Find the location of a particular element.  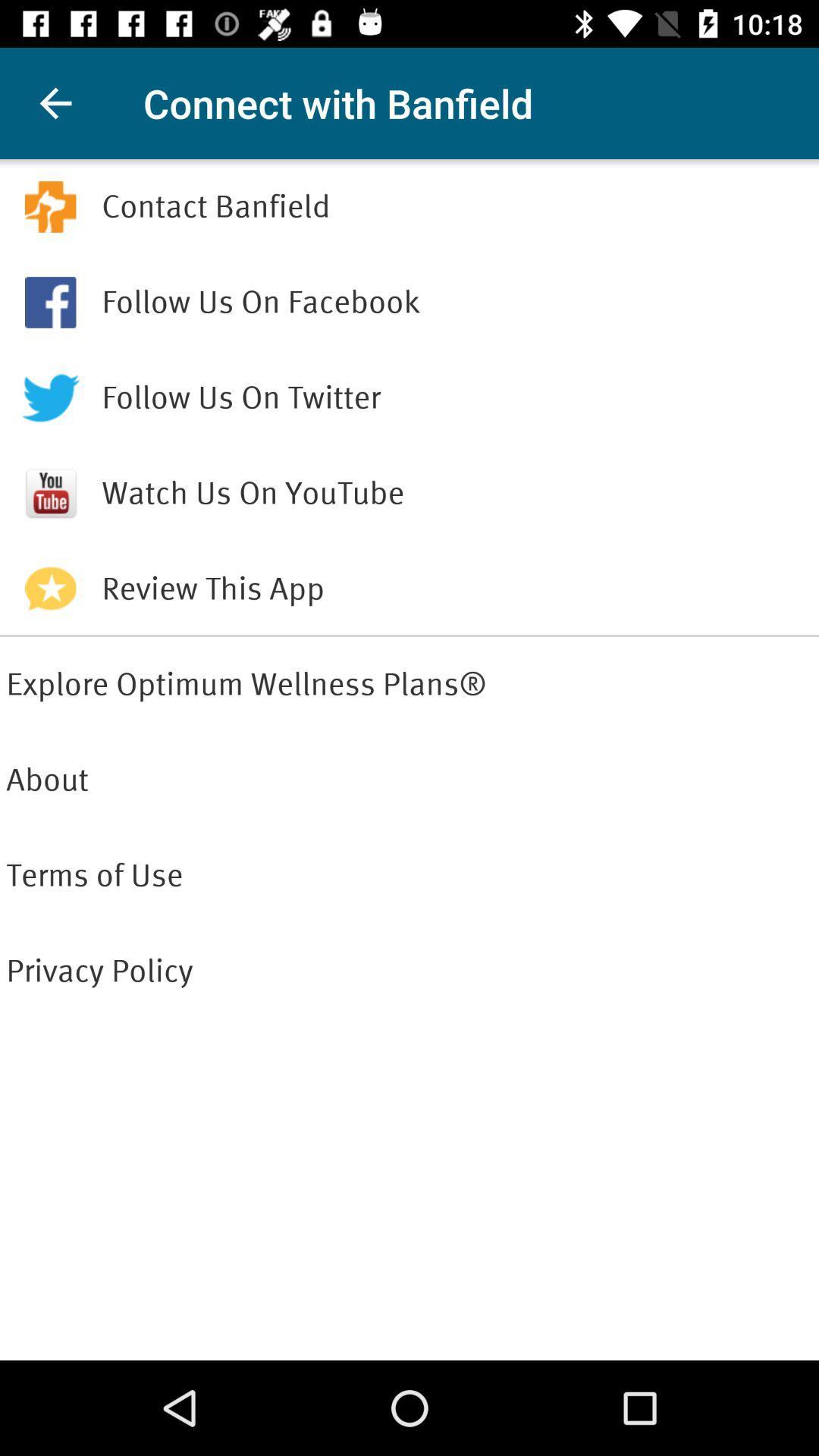

about item is located at coordinates (409, 780).